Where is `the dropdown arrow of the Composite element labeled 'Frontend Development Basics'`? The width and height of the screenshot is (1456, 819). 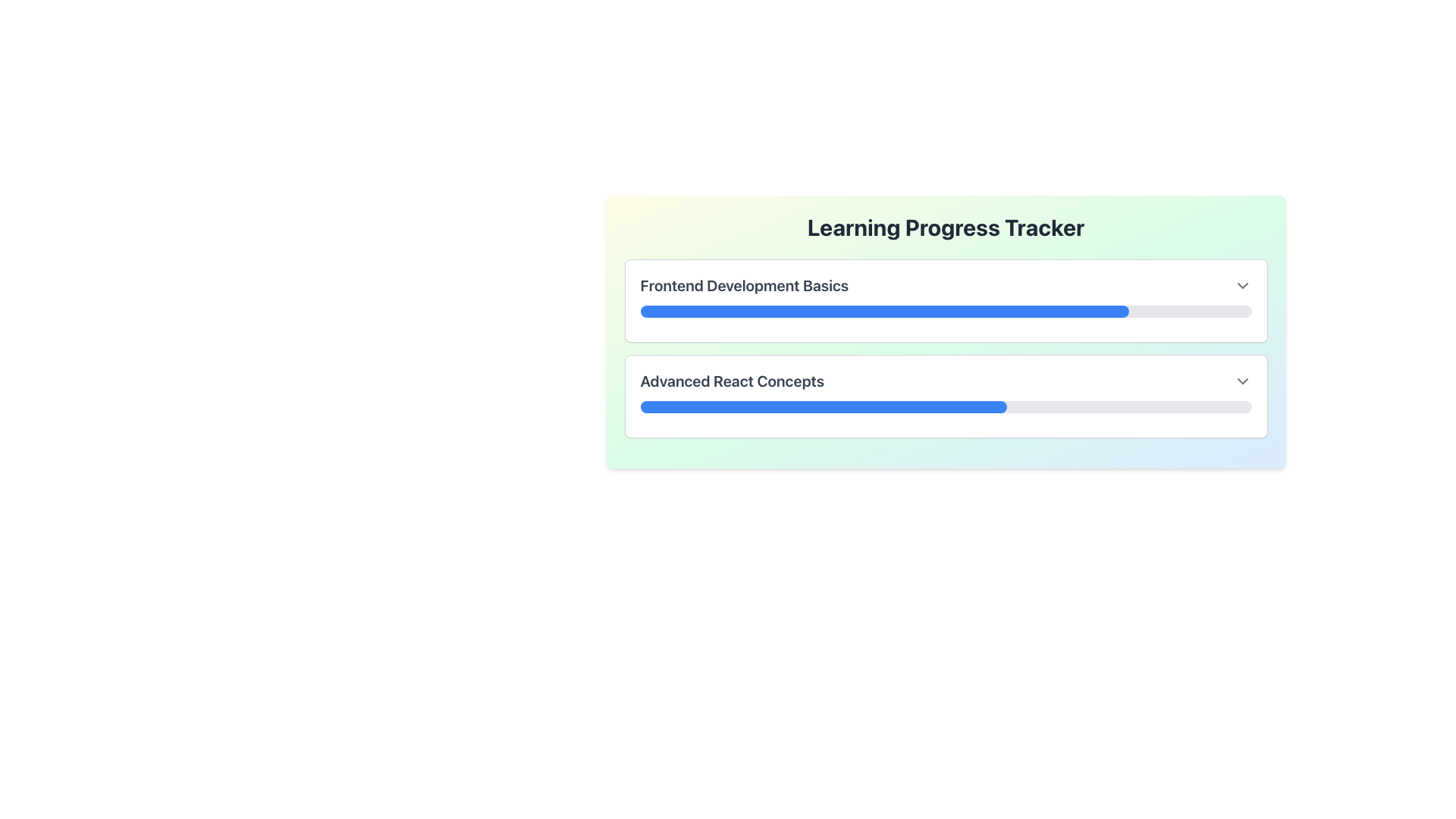
the dropdown arrow of the Composite element labeled 'Frontend Development Basics' is located at coordinates (945, 286).